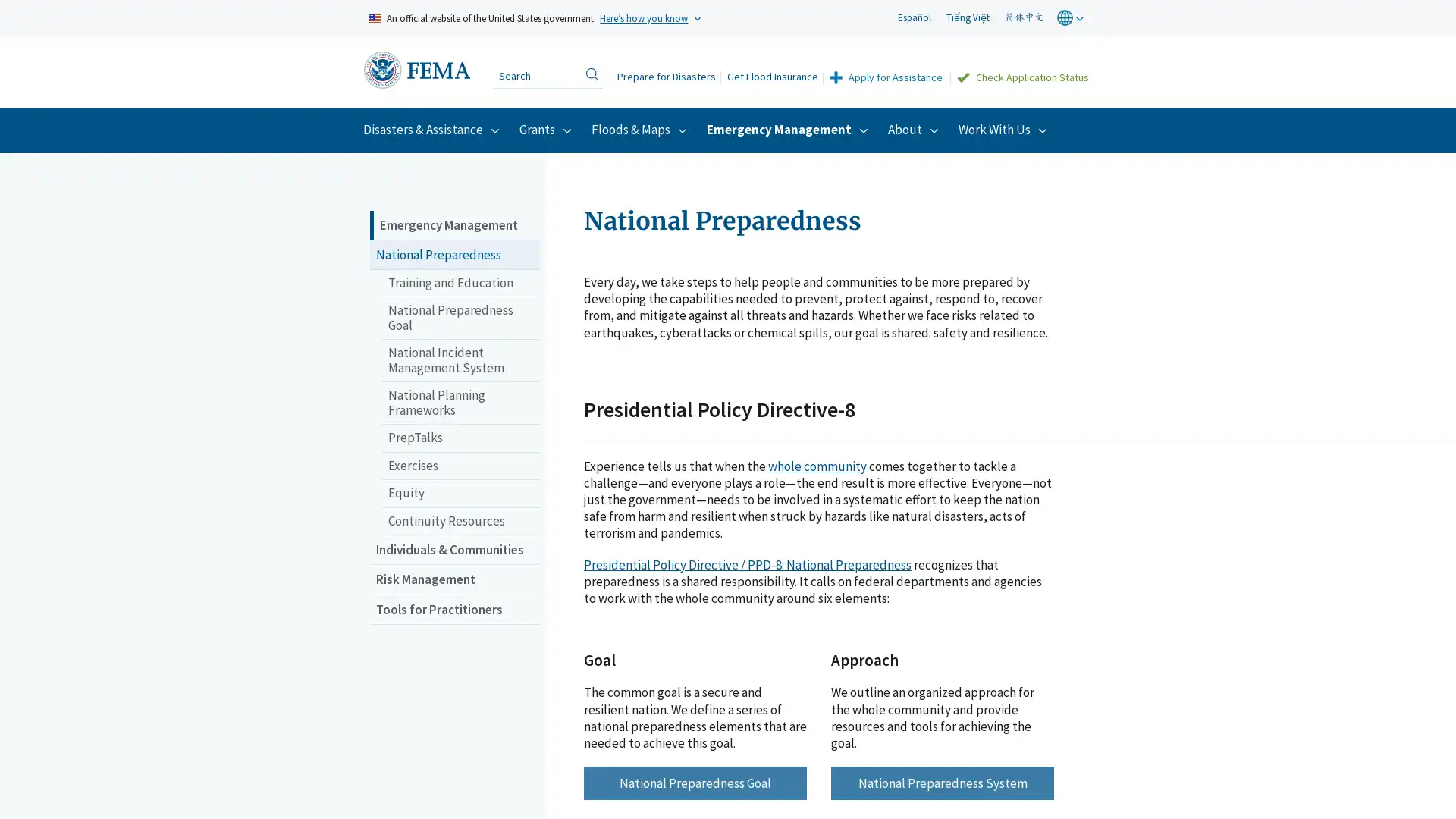  What do you see at coordinates (789, 128) in the screenshot?
I see `Emergency Management` at bounding box center [789, 128].